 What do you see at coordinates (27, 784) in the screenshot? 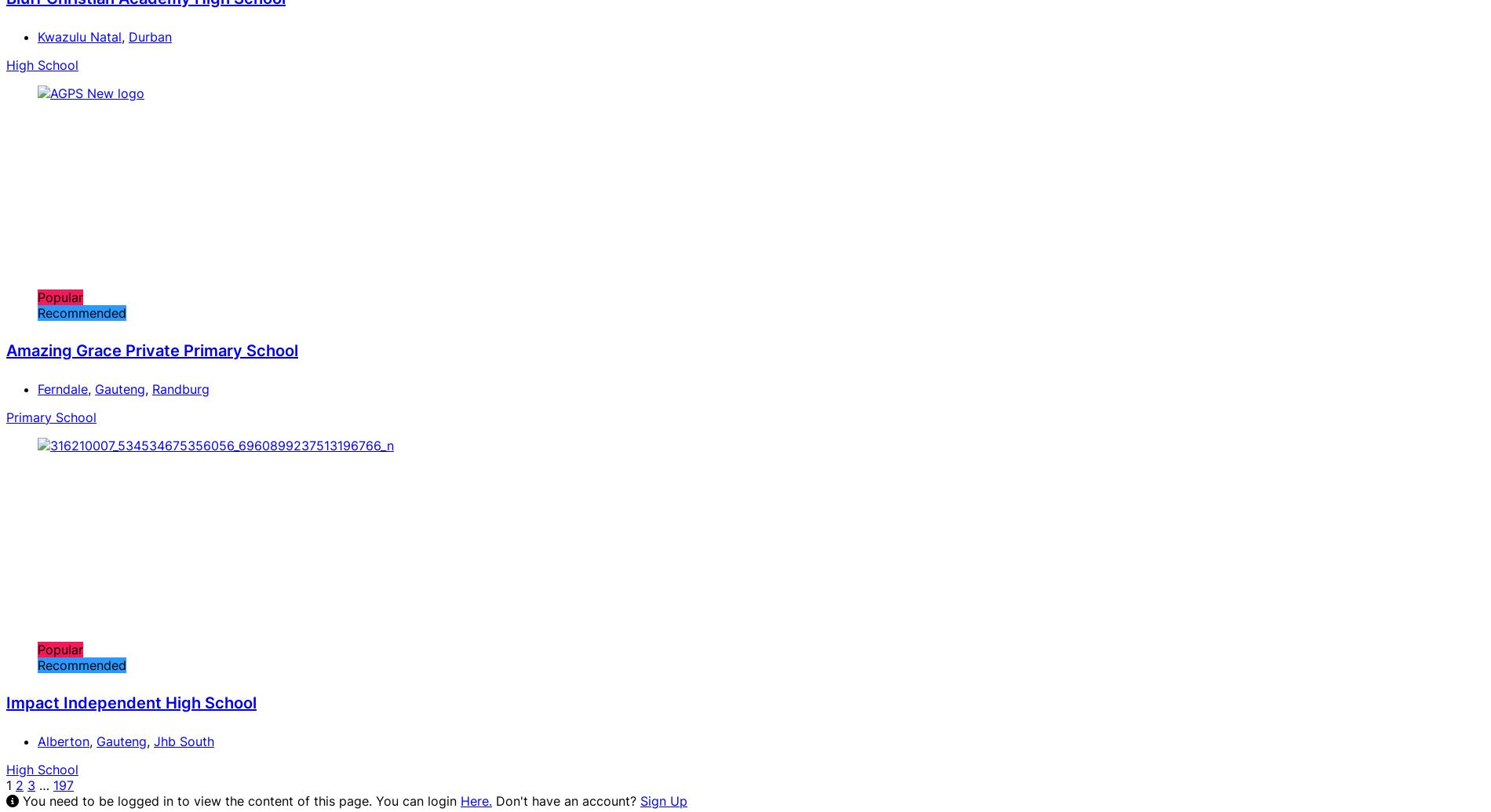
I see `'3'` at bounding box center [27, 784].